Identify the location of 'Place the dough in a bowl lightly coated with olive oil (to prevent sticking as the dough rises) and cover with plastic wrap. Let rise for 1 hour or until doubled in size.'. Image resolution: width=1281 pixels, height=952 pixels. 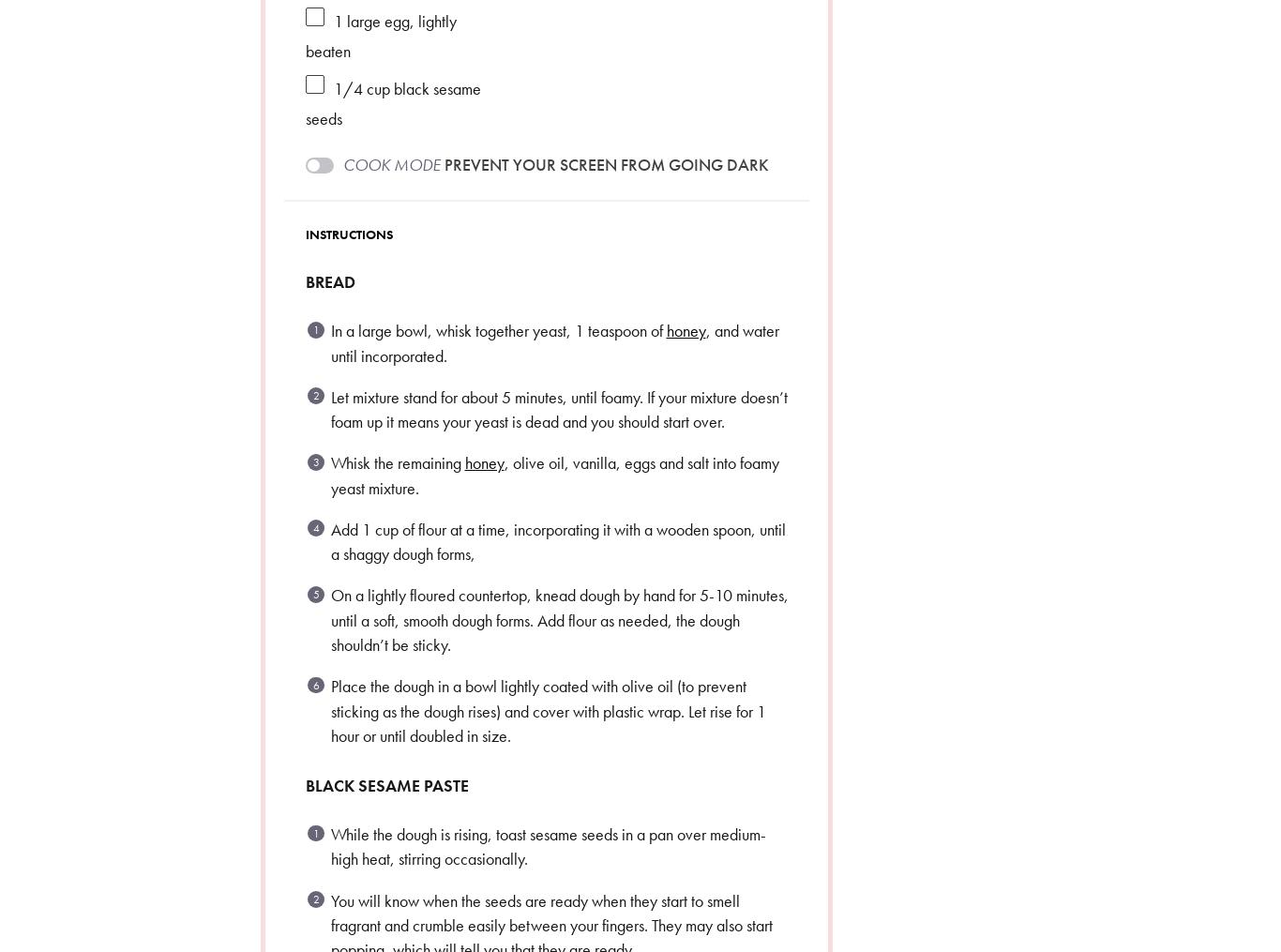
(546, 709).